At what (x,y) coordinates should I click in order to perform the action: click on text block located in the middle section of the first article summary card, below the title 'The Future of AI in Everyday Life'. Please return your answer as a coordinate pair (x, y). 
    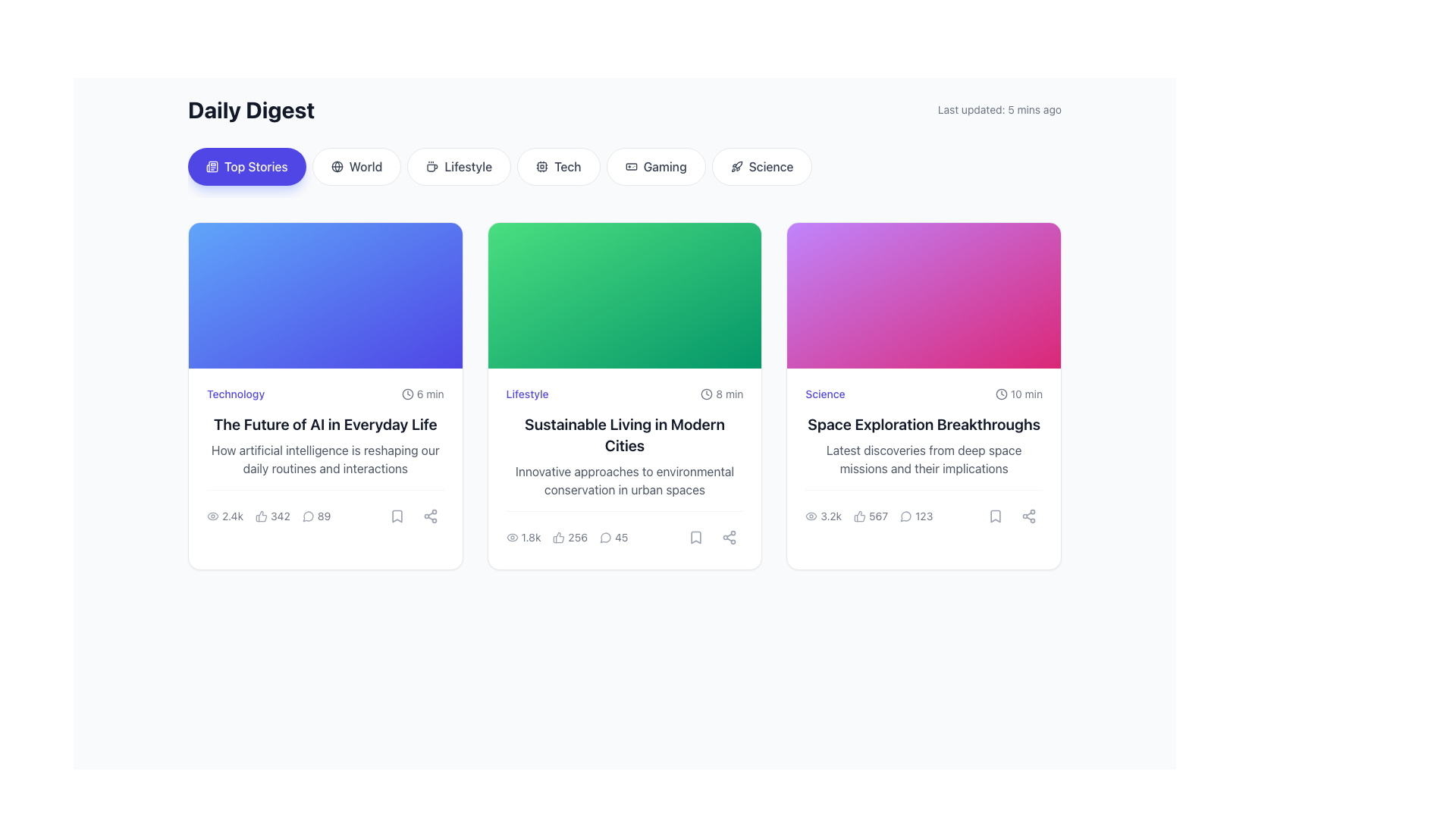
    Looking at the image, I should click on (325, 458).